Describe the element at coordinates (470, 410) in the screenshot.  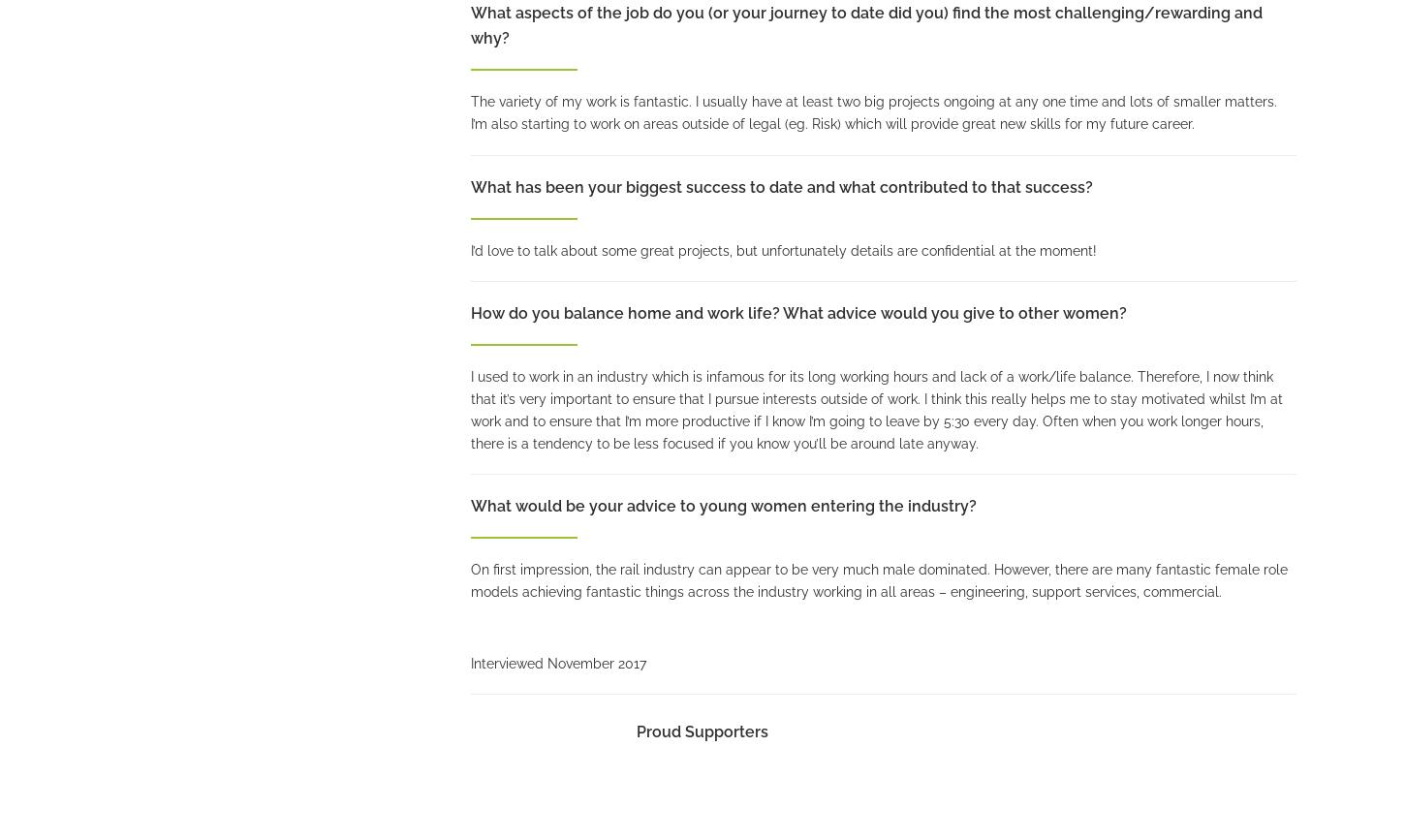
I see `'I used to work in an industry which is infamous for its long working hours and lack of a work/life balance. Therefore, I now think that it’s very important to ensure that I pursue interests outside of work. I think this really helps me to stay motivated whilst I’m at work and to ensure that I’m more productive if I know I’m going to leave by 5:30 every day. Often when you work longer hours, there is a tendency to be less focused if you know you’ll be around late anyway.'` at that location.